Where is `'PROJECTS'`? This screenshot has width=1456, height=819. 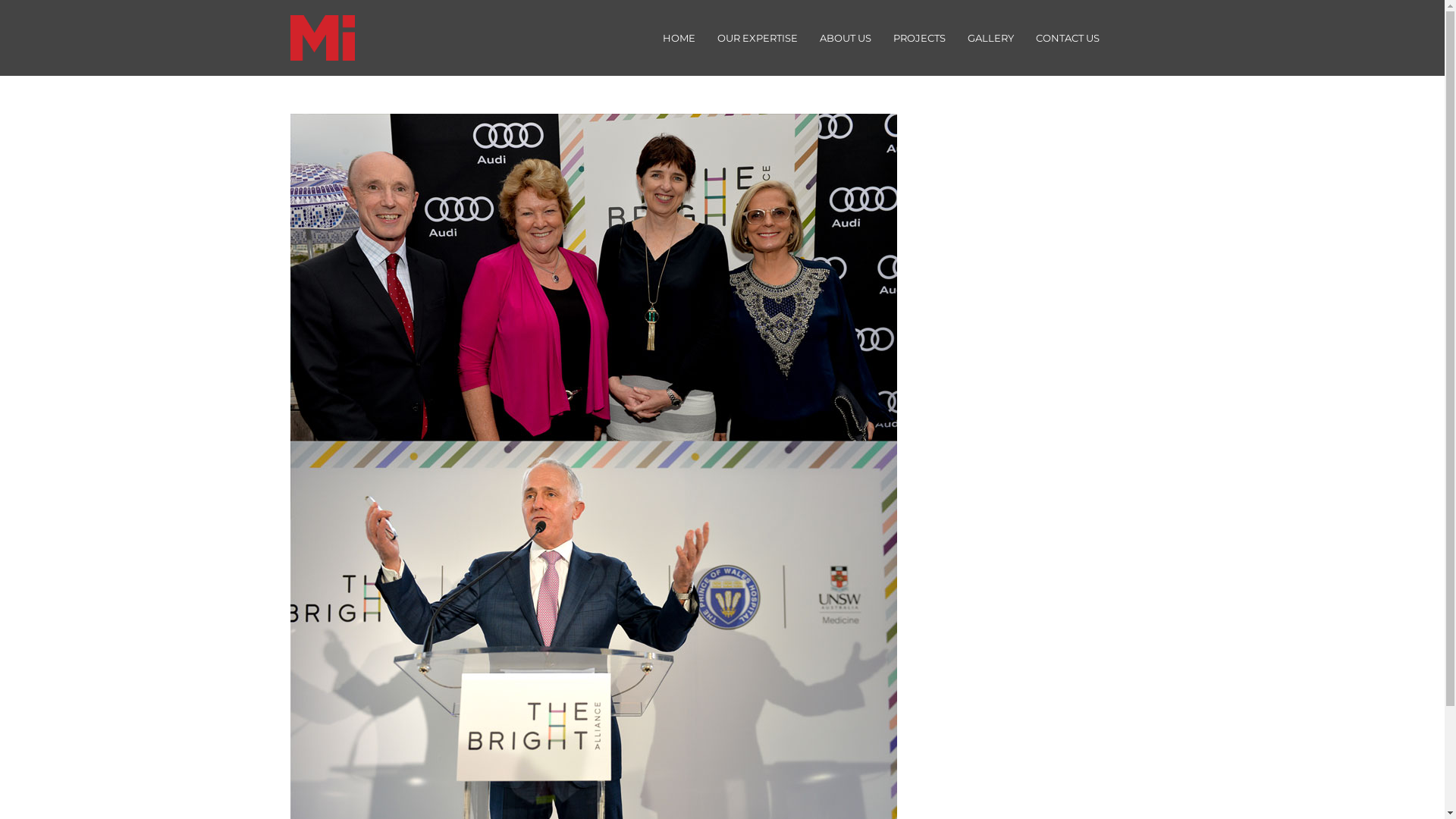
'PROJECTS' is located at coordinates (918, 37).